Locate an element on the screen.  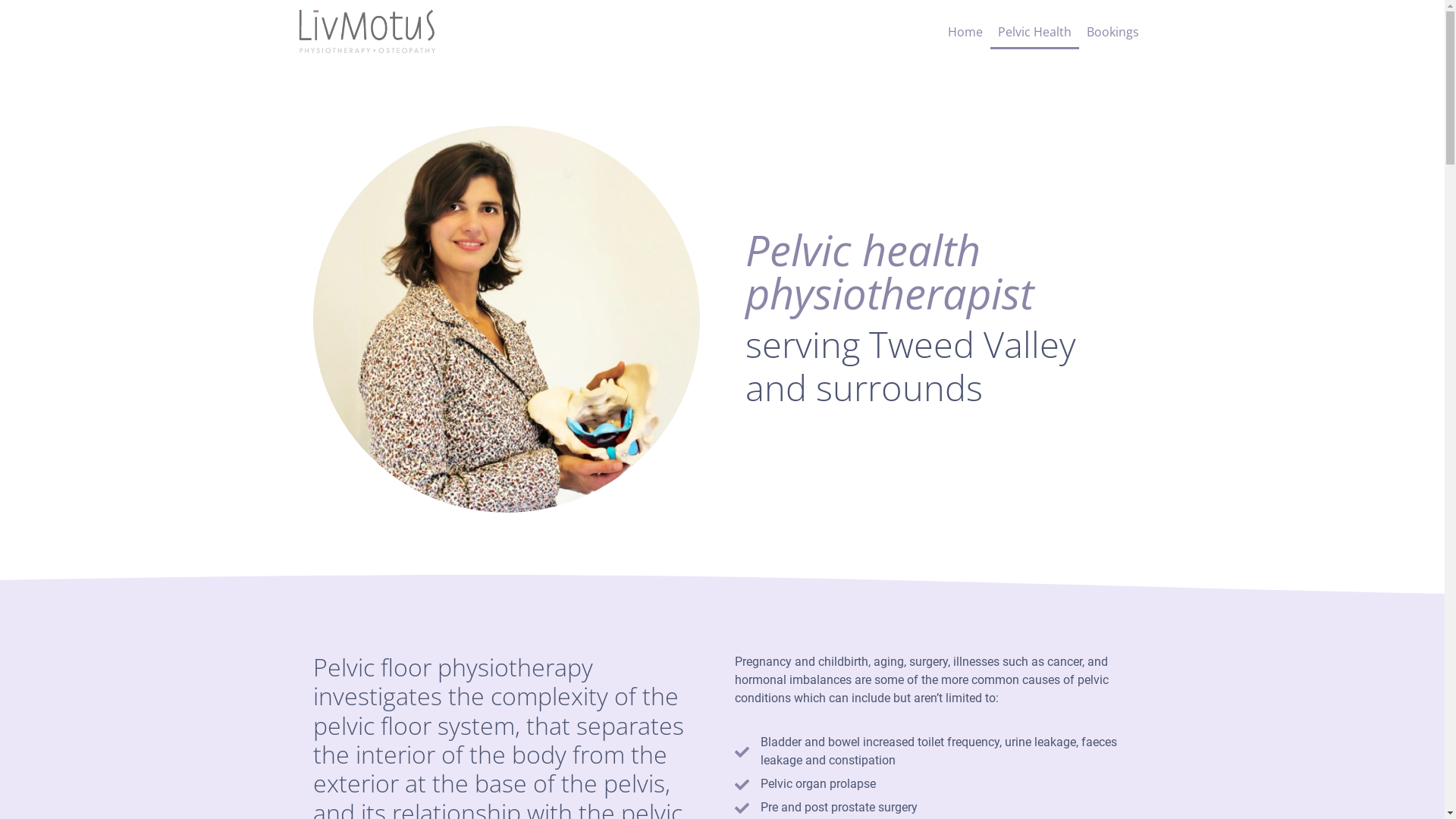
'Home' is located at coordinates (964, 32).